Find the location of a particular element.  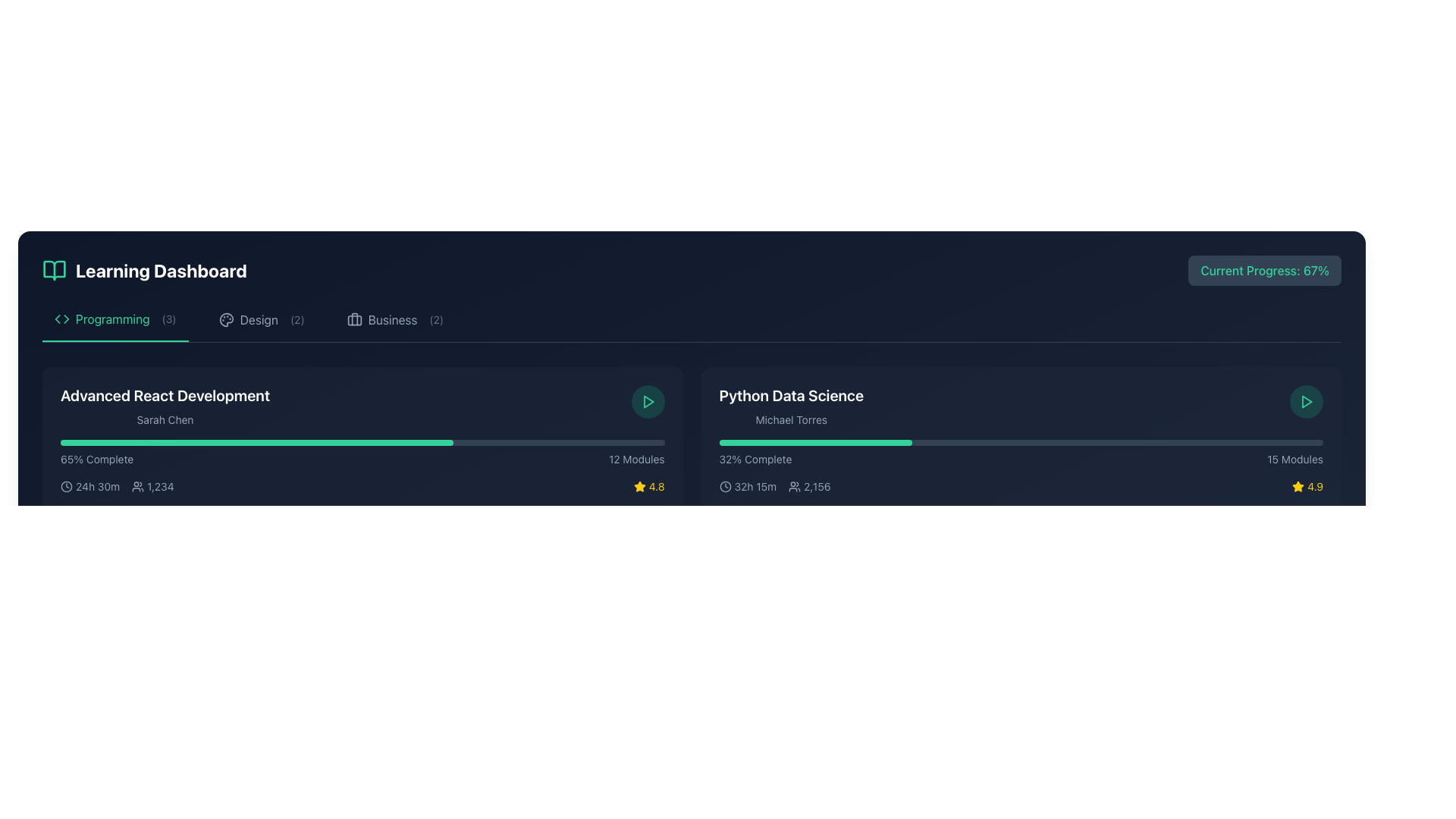

the icons in the informational display element that shows time and numerical count, located as the leftmost section in its row is located at coordinates (116, 649).